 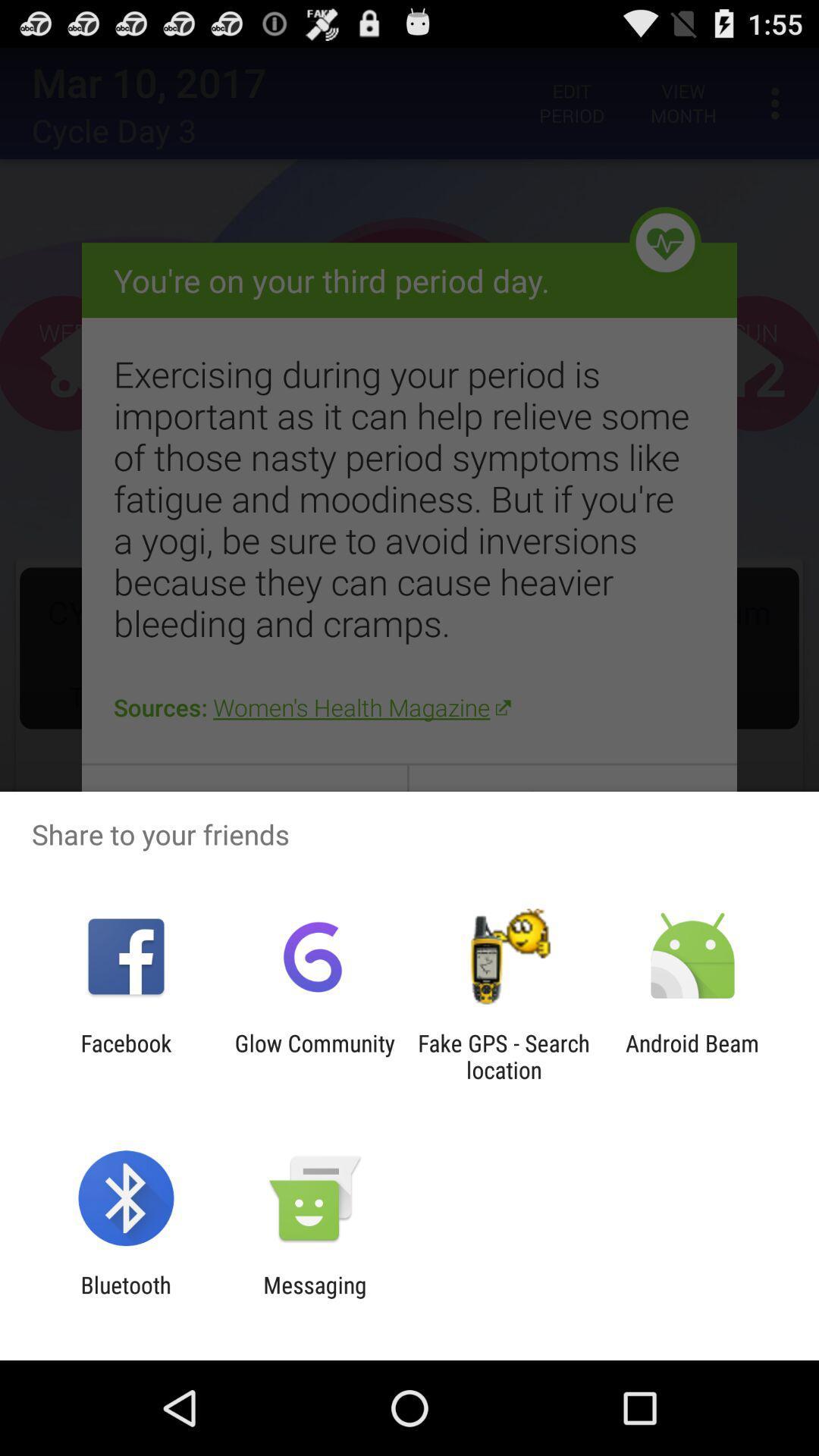 I want to click on item to the right of bluetooth item, so click(x=314, y=1298).